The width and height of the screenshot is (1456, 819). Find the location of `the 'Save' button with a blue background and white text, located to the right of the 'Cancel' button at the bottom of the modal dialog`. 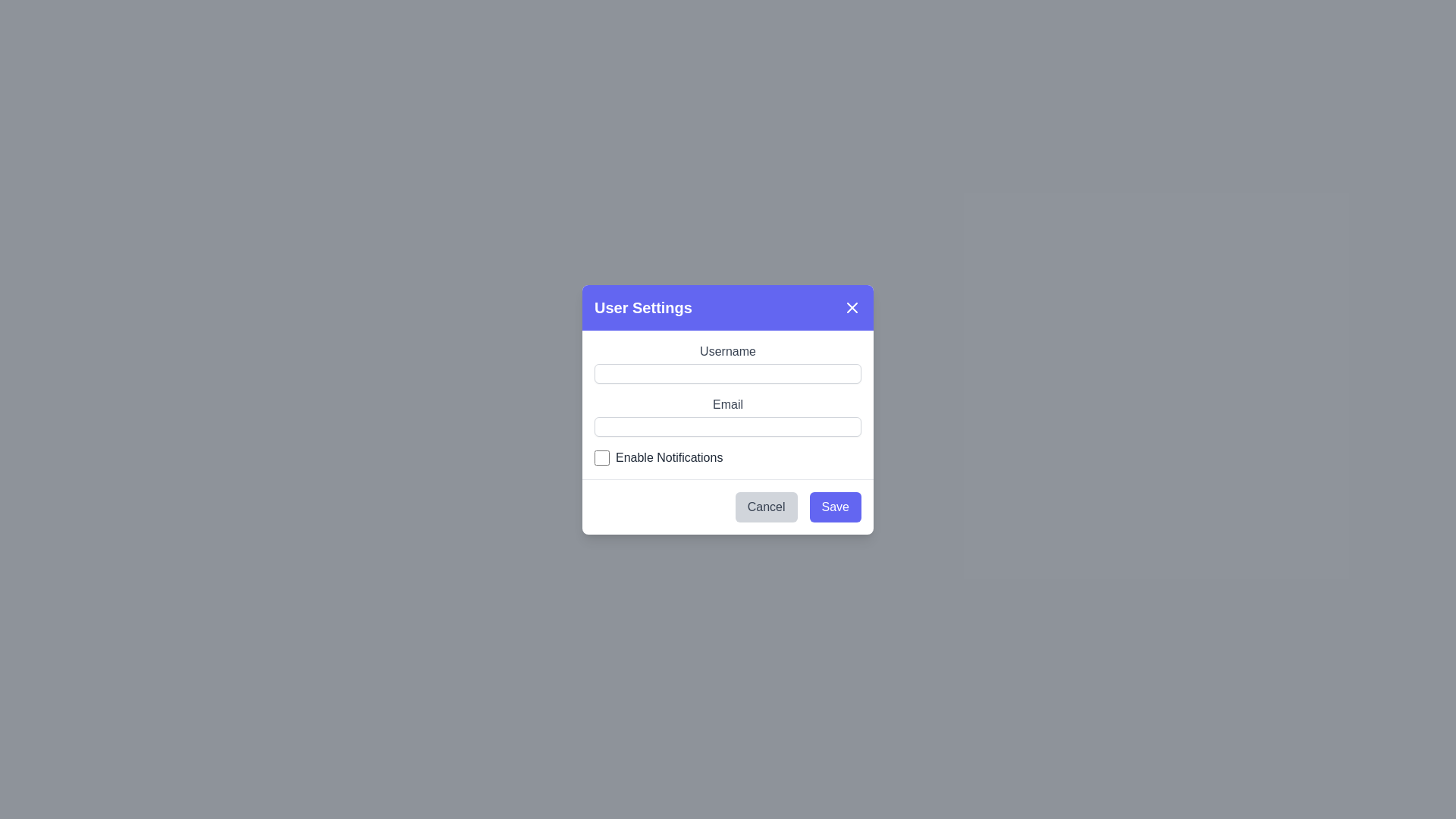

the 'Save' button with a blue background and white text, located to the right of the 'Cancel' button at the bottom of the modal dialog is located at coordinates (834, 507).